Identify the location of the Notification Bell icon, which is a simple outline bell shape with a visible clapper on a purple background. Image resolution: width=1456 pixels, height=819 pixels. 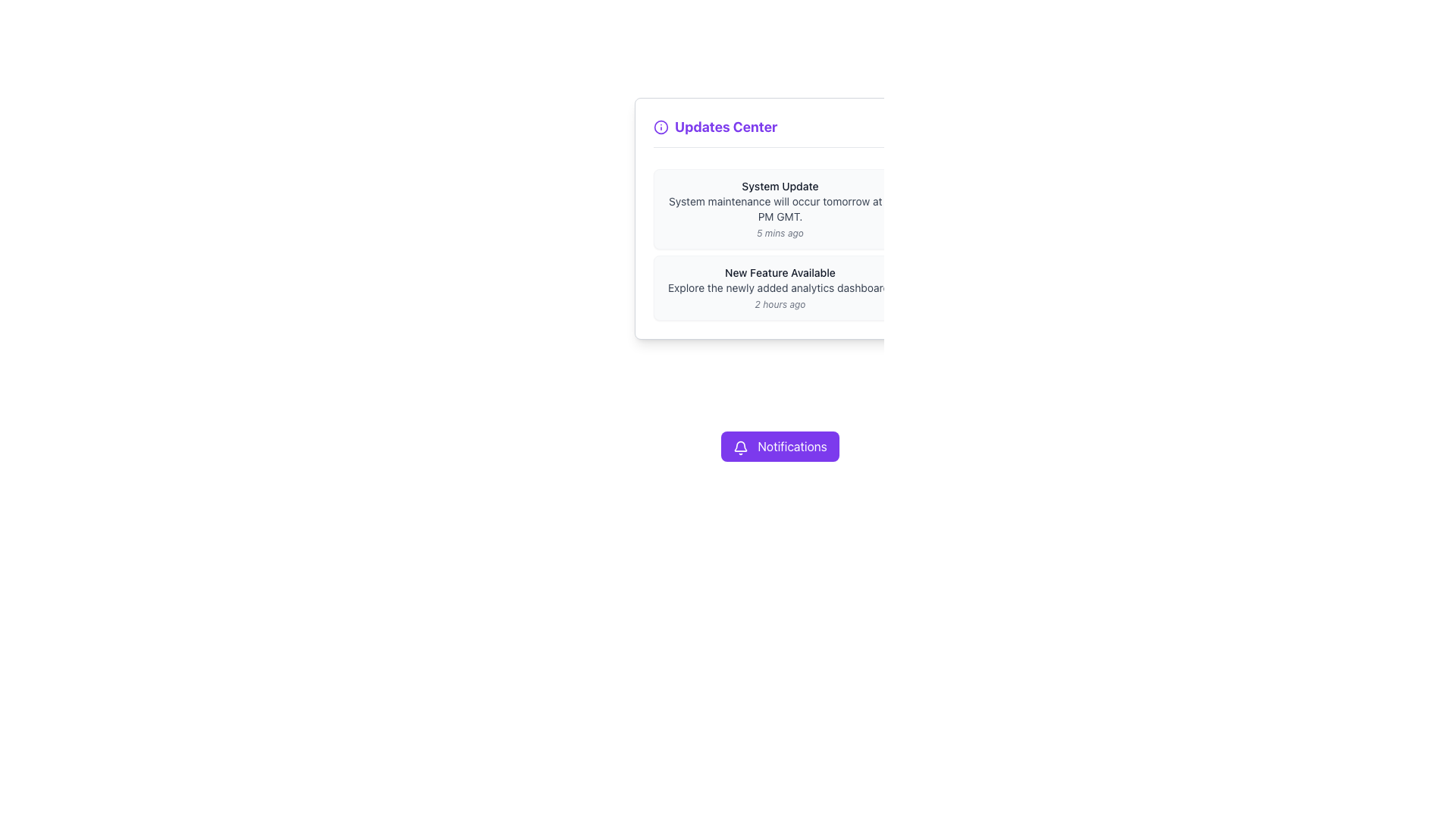
(741, 445).